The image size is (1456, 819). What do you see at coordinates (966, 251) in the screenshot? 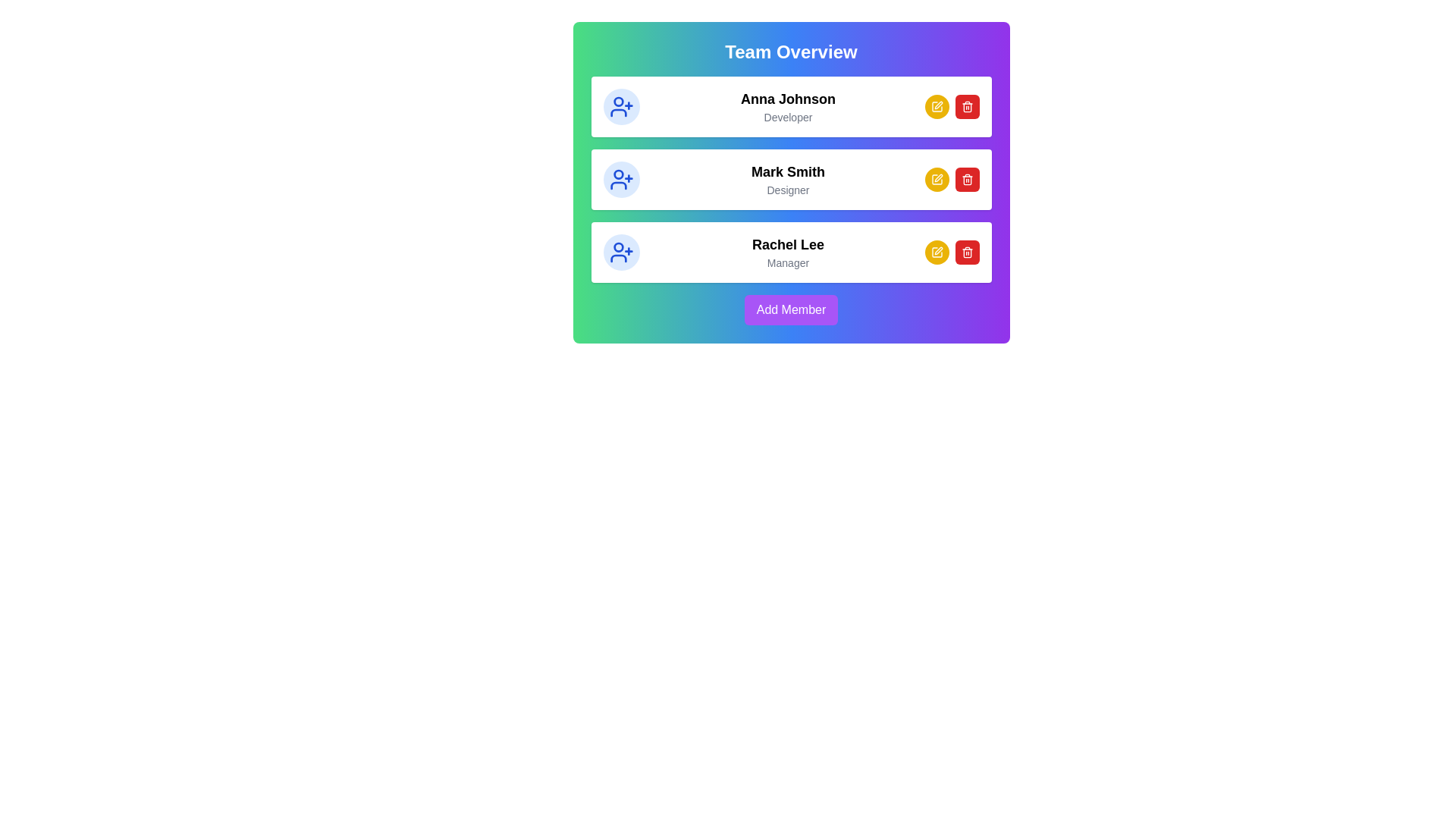
I see `the rectangular red delete button with a trash can icon in the 'Team Overview' section for 'Rachel Lee, Manager'` at bounding box center [966, 251].